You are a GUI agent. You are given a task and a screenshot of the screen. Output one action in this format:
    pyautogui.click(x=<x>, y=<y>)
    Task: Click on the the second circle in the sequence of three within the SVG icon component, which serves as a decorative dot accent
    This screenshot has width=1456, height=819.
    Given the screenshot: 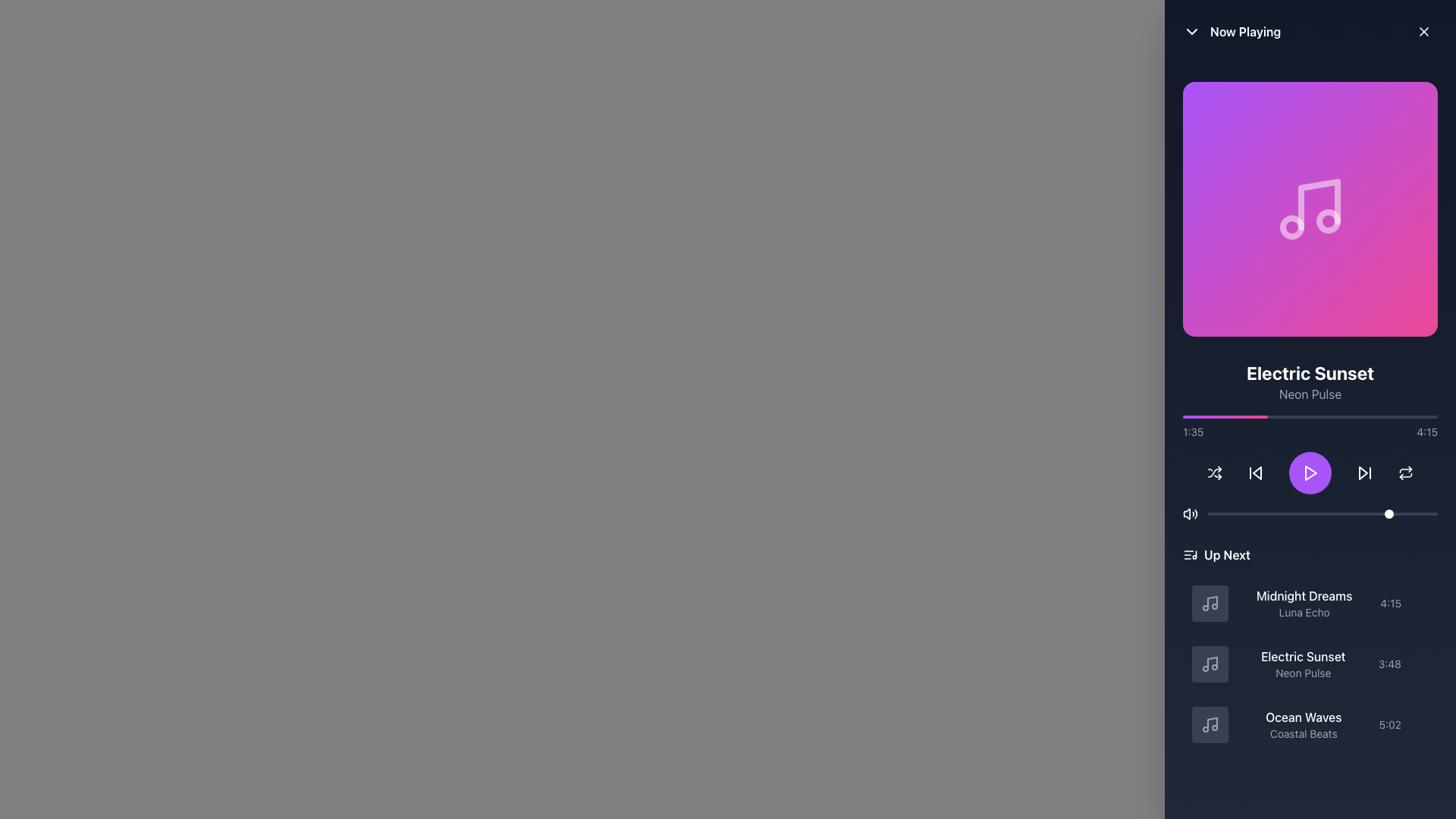 What is the action you would take?
    pyautogui.click(x=1291, y=227)
    